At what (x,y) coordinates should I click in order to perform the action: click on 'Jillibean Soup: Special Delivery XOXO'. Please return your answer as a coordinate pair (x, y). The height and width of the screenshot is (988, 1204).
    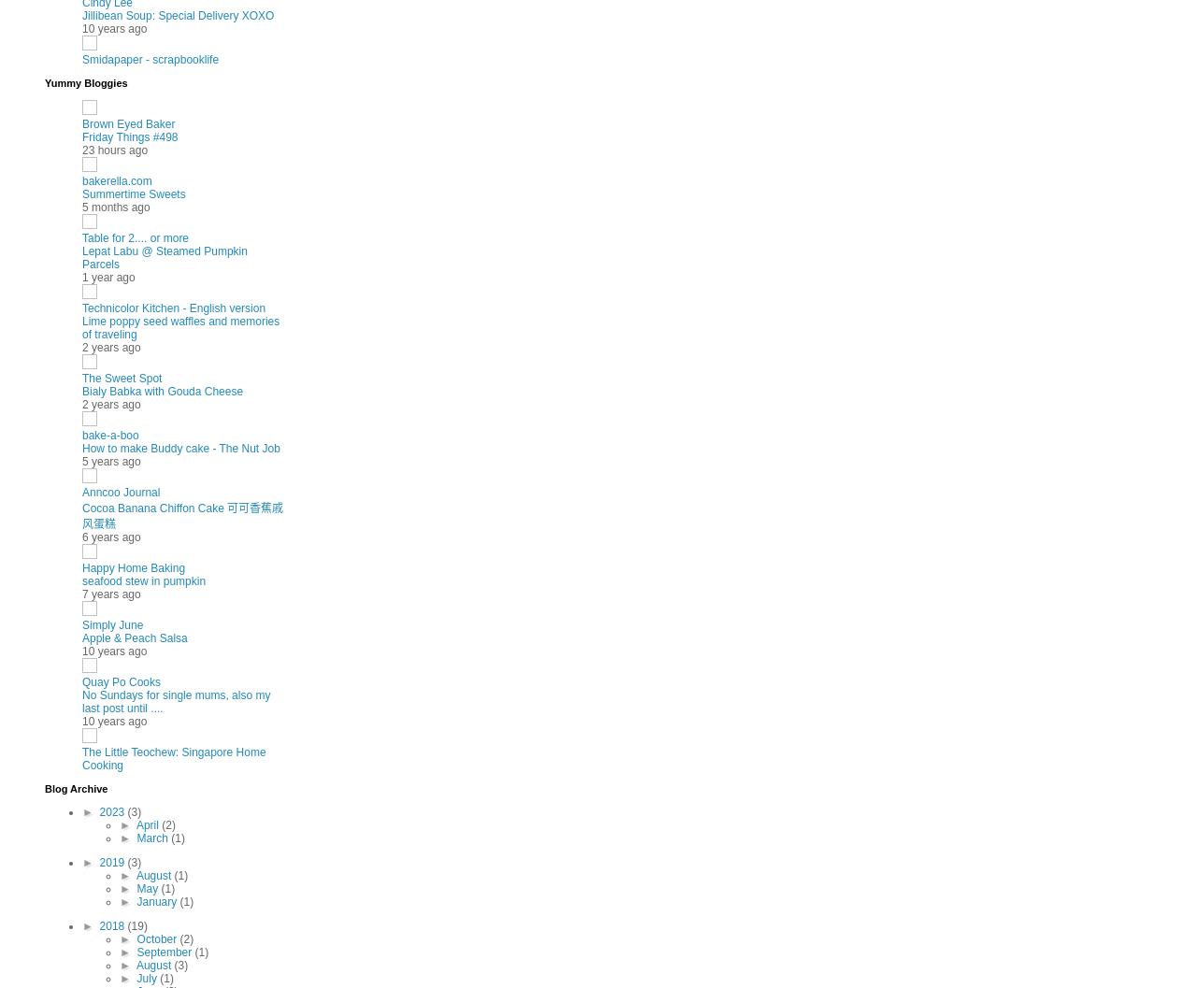
    Looking at the image, I should click on (178, 14).